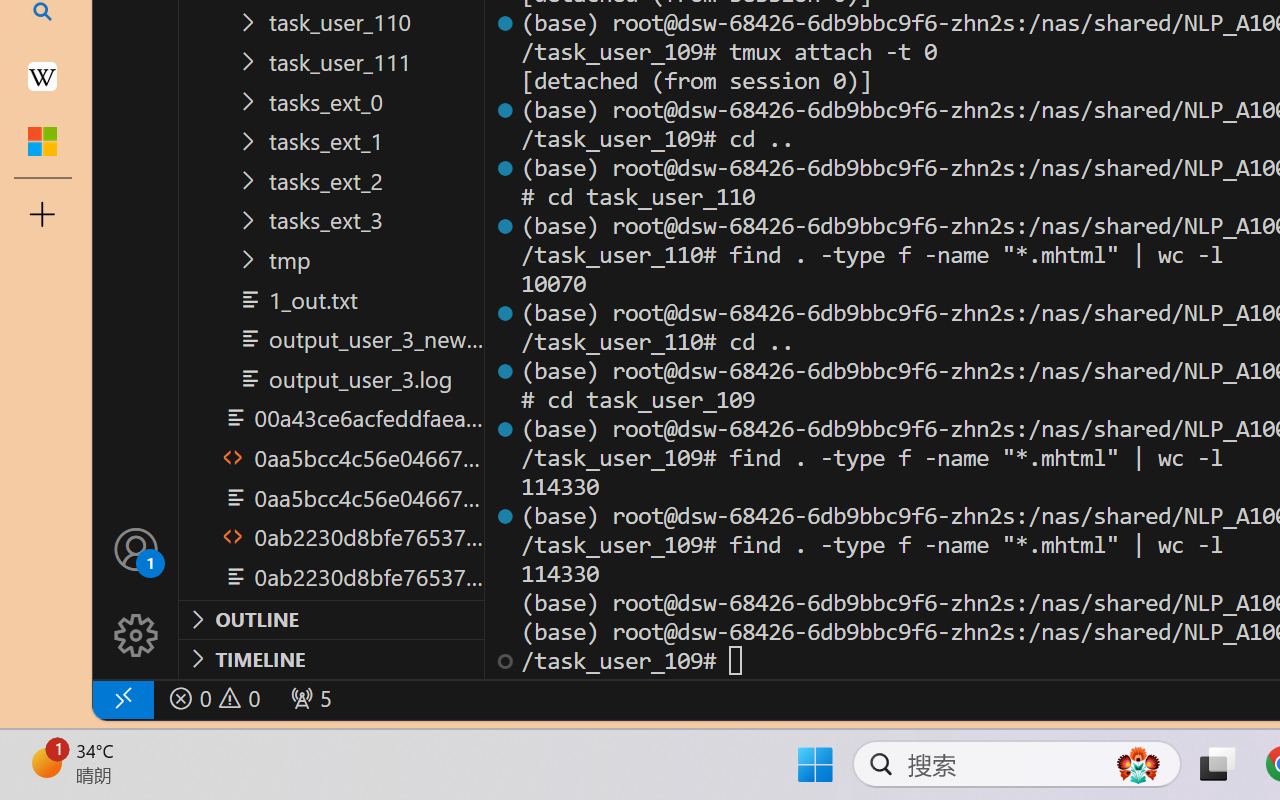 The height and width of the screenshot is (800, 1280). I want to click on 'Timeline Section', so click(331, 657).